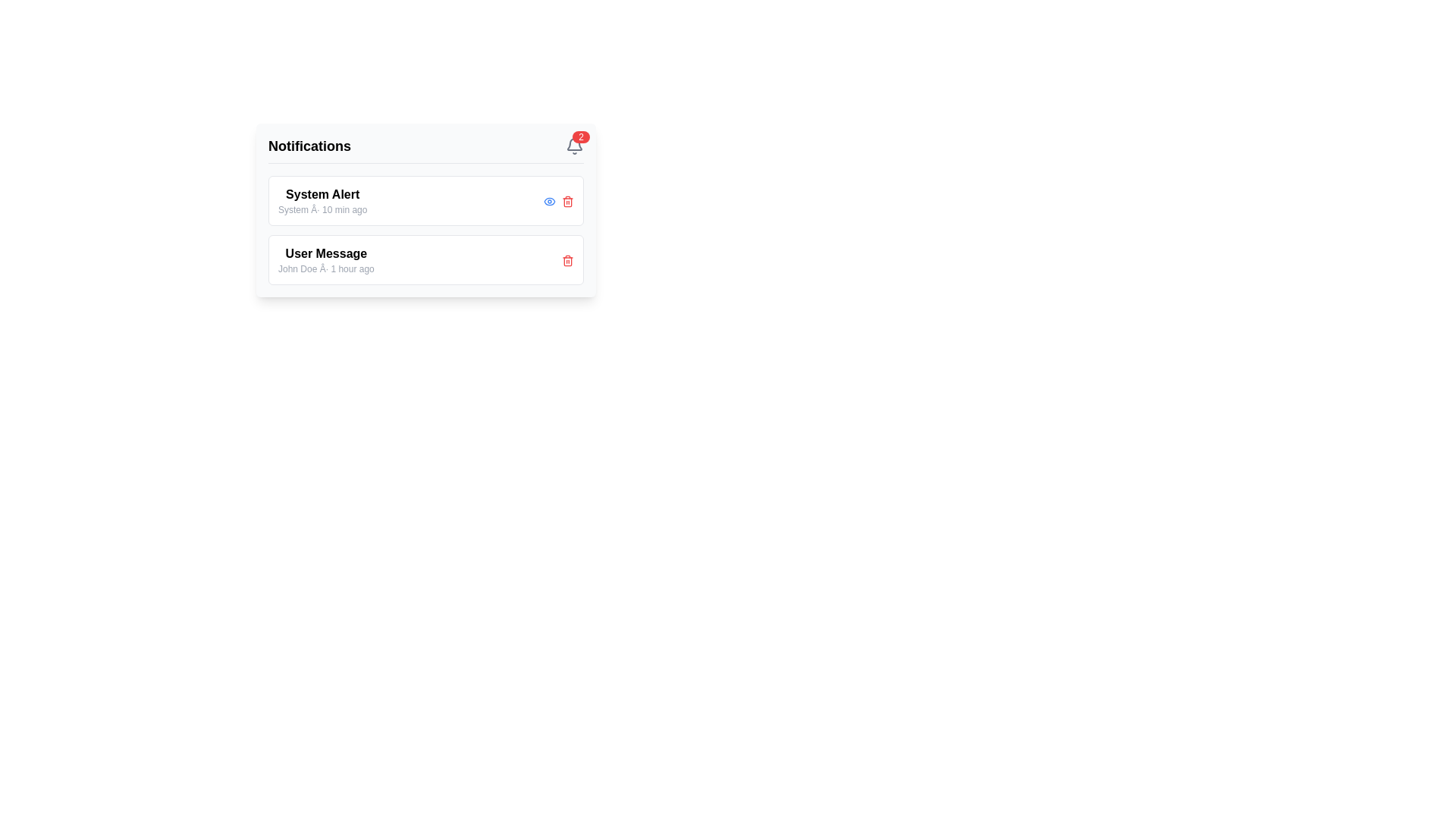 The image size is (1456, 819). Describe the element at coordinates (580, 137) in the screenshot. I see `the red badge icon indicating the count of notifications associated with the bell icon in the notifications section` at that location.